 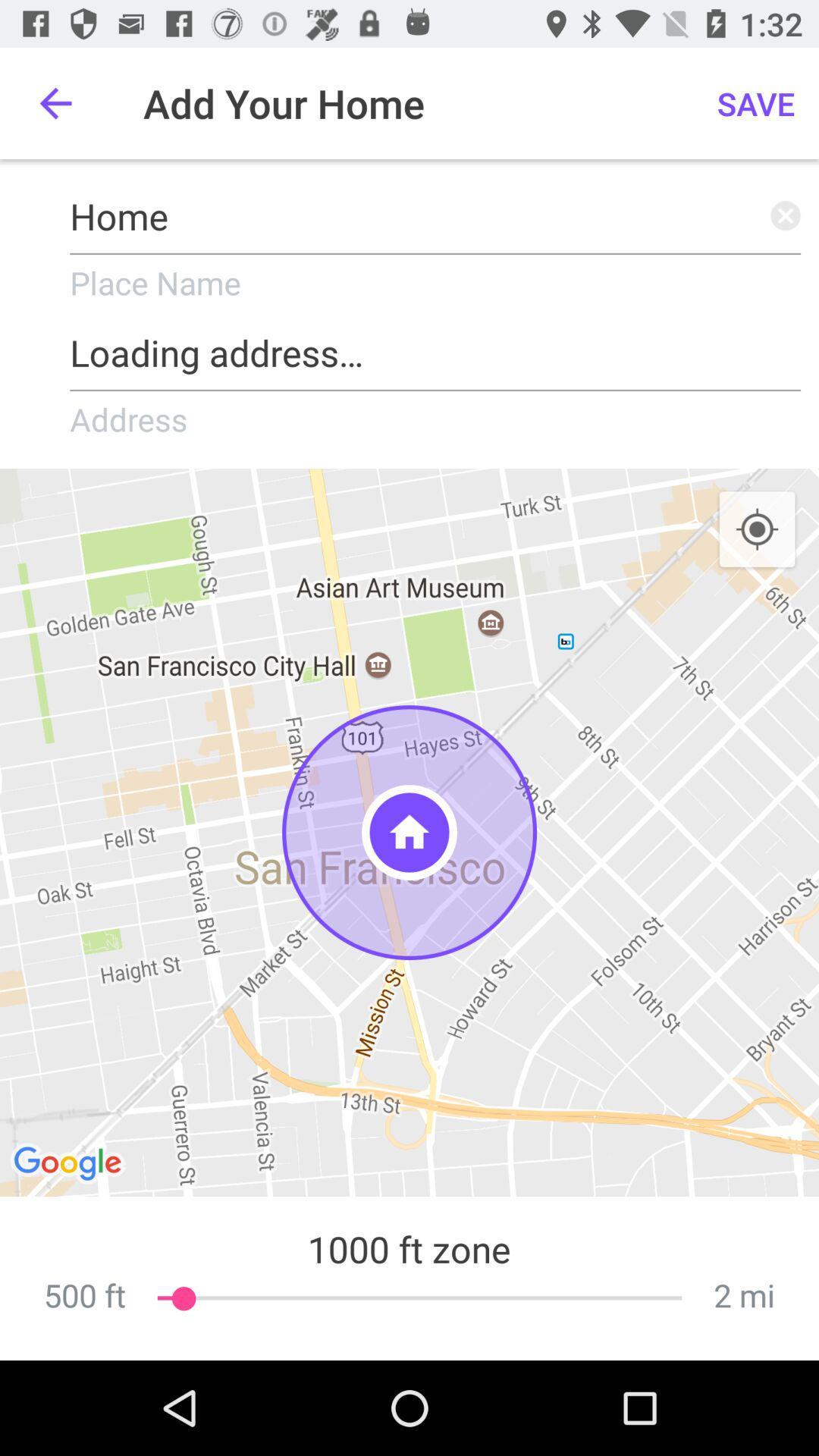 What do you see at coordinates (55, 102) in the screenshot?
I see `the icon to the left of add your home icon` at bounding box center [55, 102].